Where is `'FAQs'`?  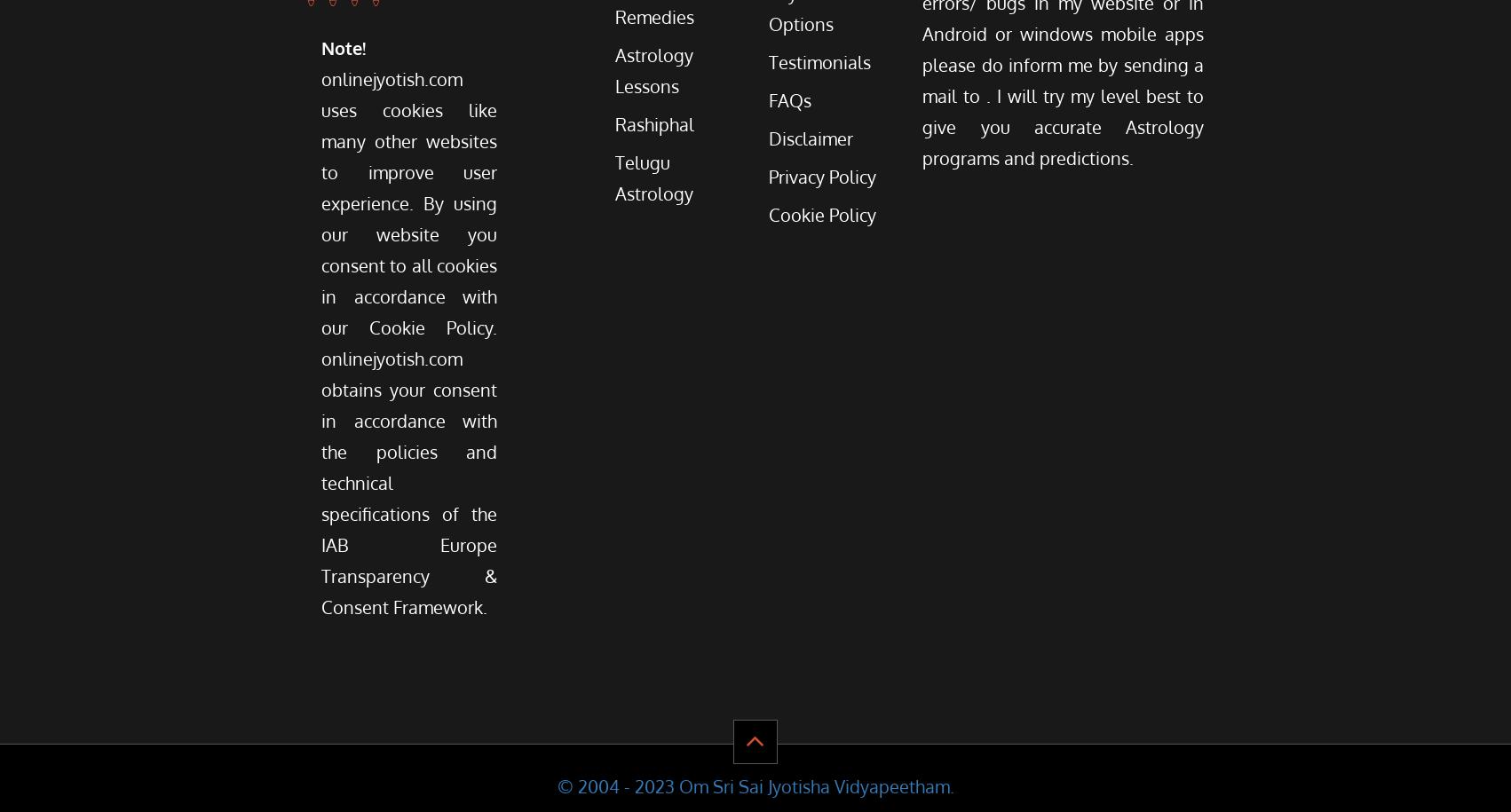
'FAQs' is located at coordinates (788, 100).